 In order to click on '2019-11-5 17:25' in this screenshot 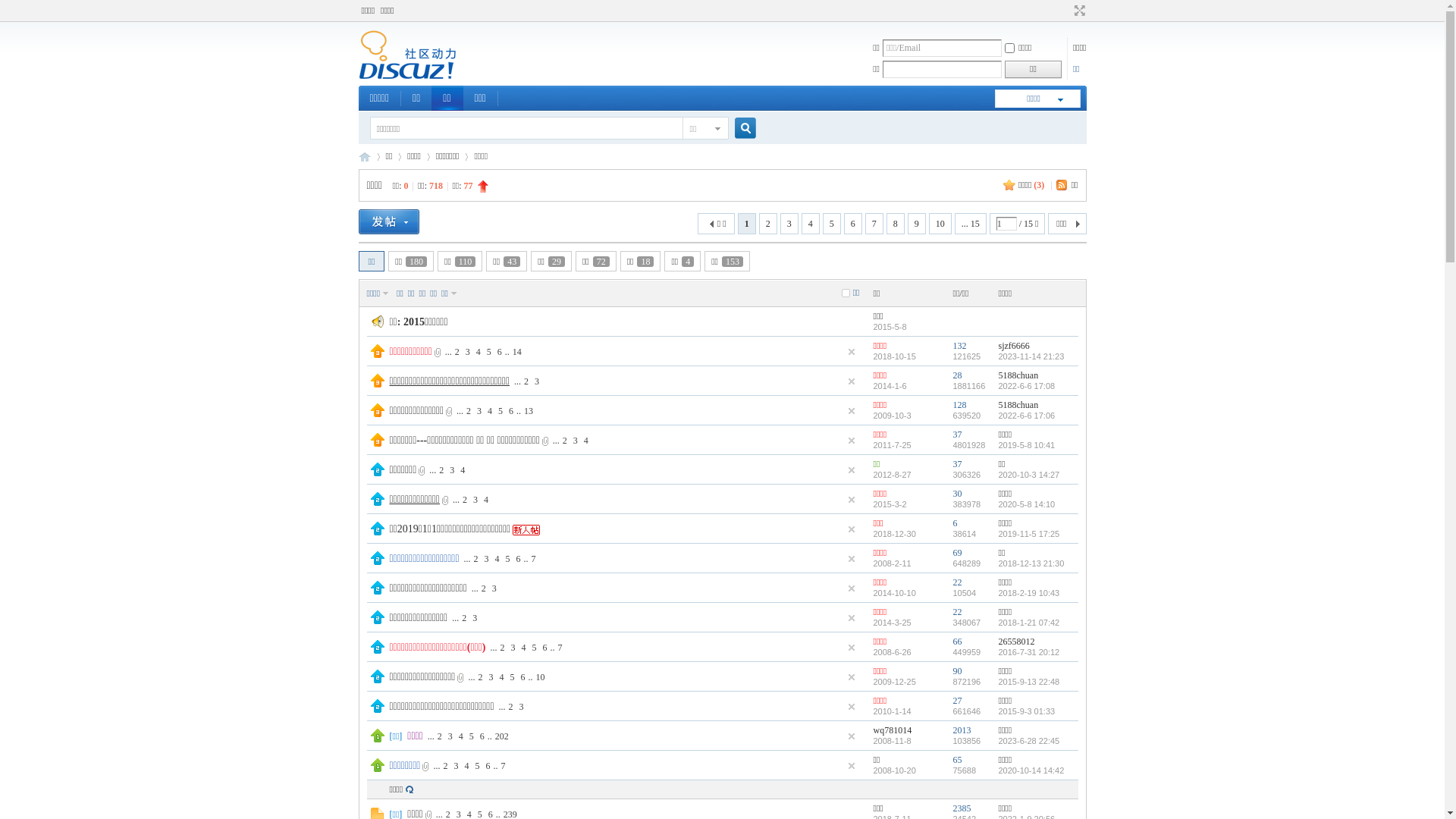, I will do `click(1028, 533)`.